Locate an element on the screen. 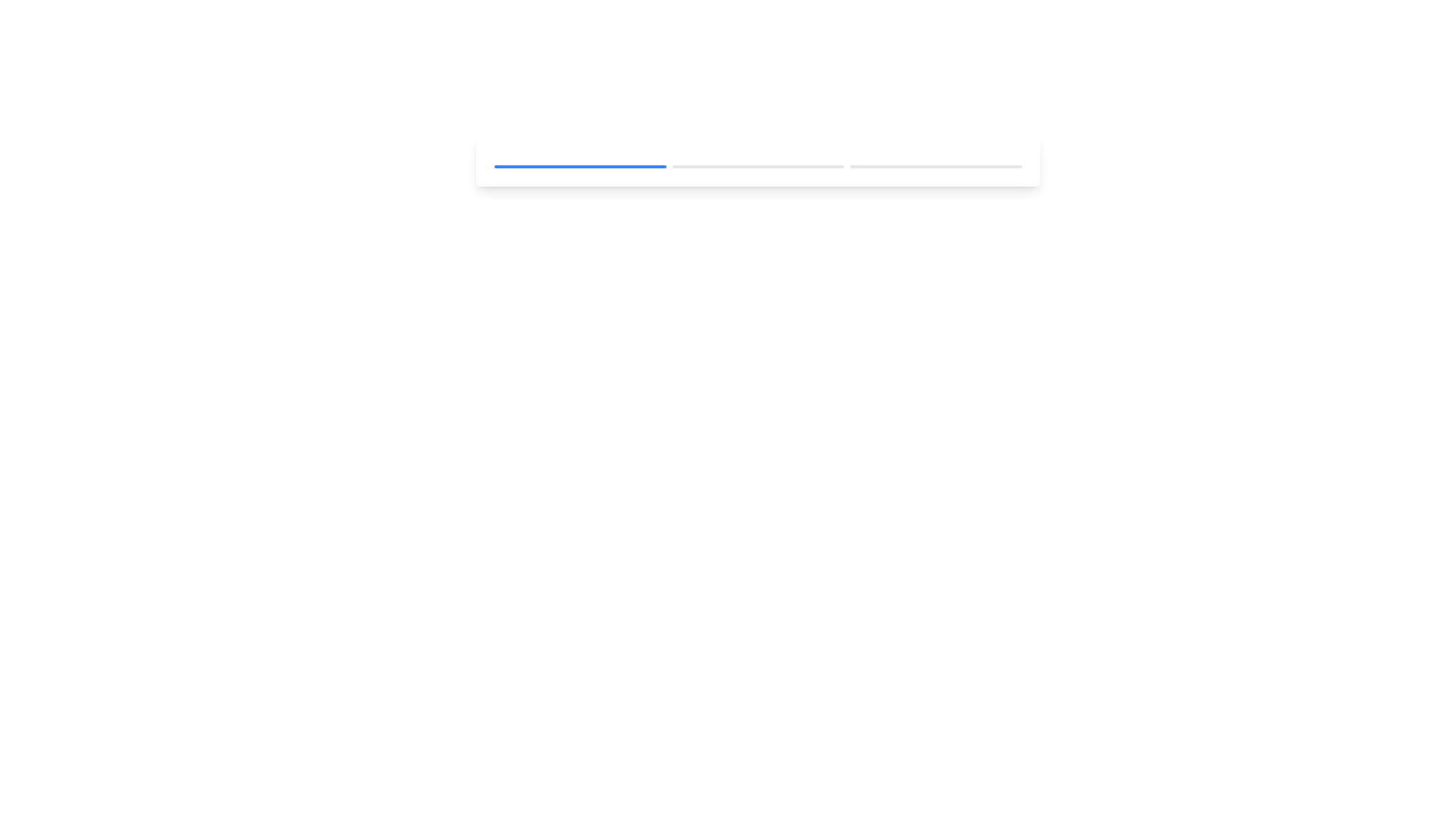 The height and width of the screenshot is (819, 1456). the slider is located at coordinates (712, 166).